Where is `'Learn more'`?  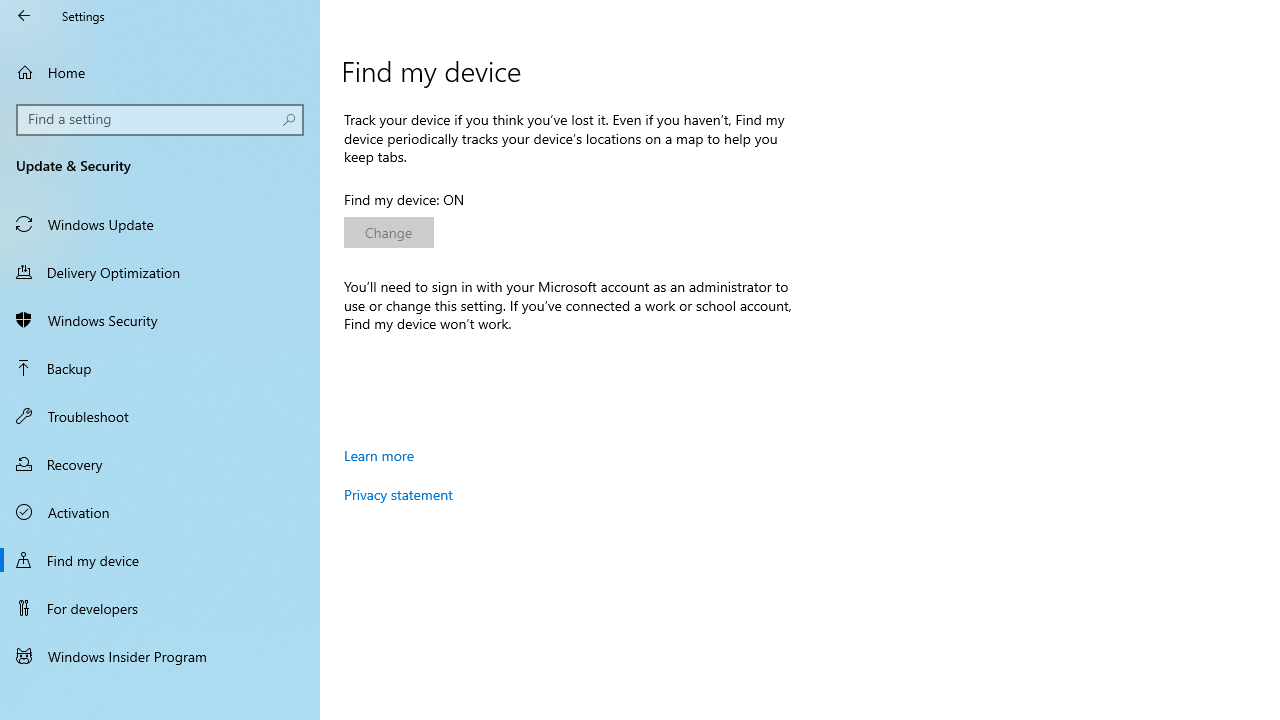
'Learn more' is located at coordinates (379, 455).